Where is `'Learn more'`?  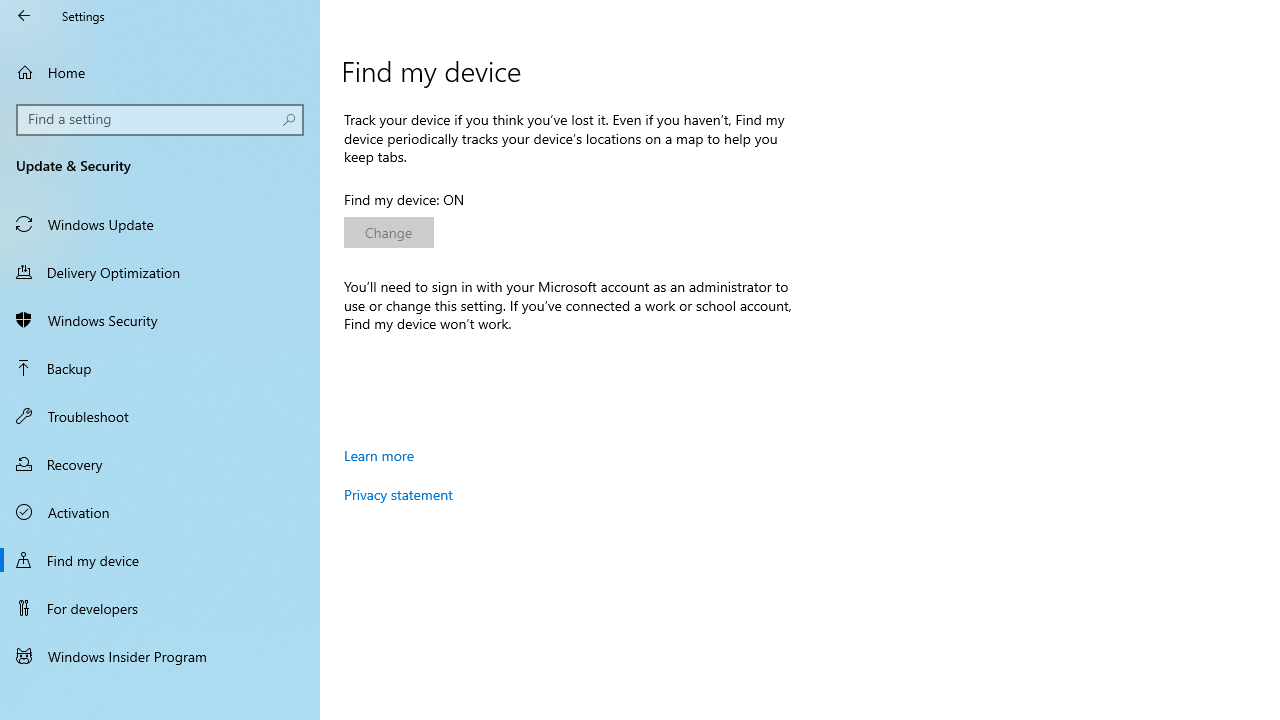
'Learn more' is located at coordinates (379, 455).